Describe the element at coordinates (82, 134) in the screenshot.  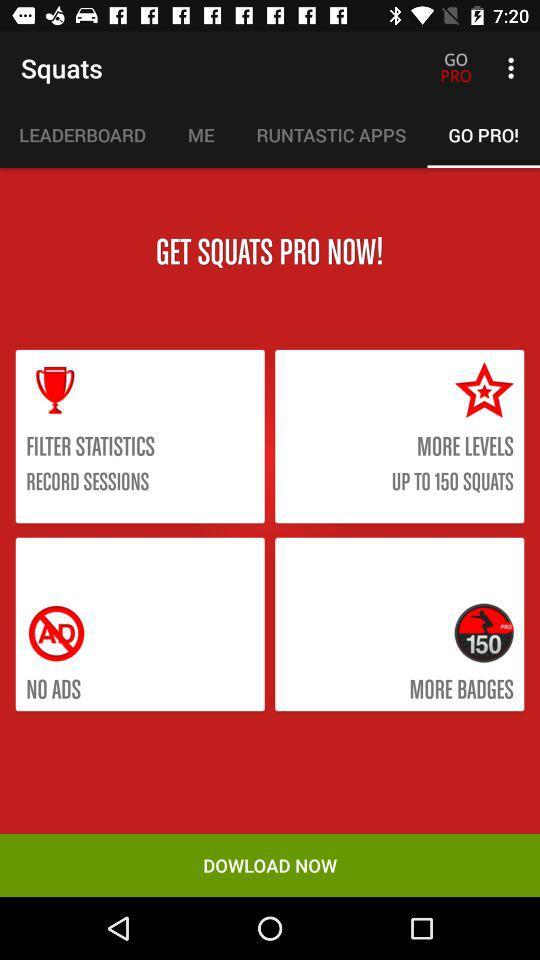
I see `the icon below the squats` at that location.